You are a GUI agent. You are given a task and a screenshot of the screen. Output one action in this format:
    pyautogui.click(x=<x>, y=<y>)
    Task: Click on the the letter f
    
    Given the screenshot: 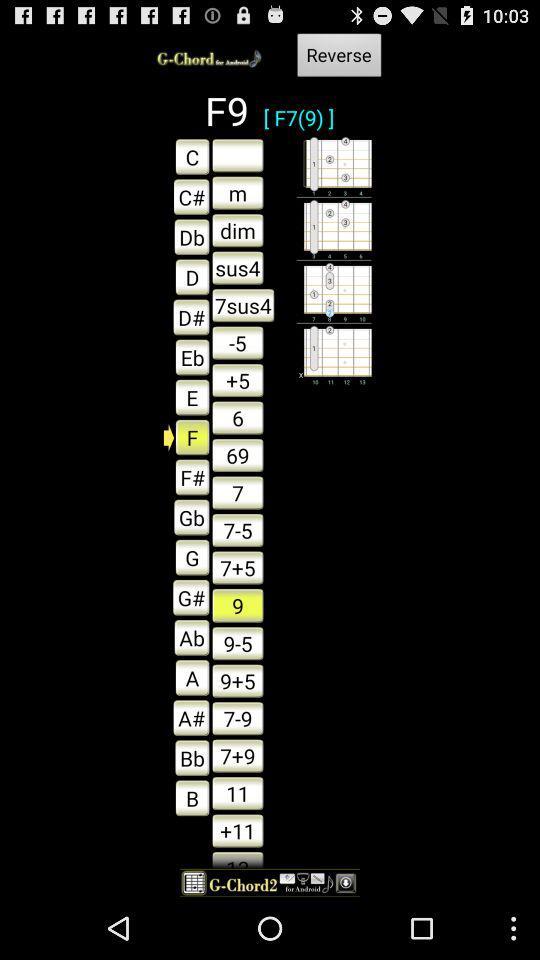 What is the action you would take?
    pyautogui.click(x=187, y=436)
    